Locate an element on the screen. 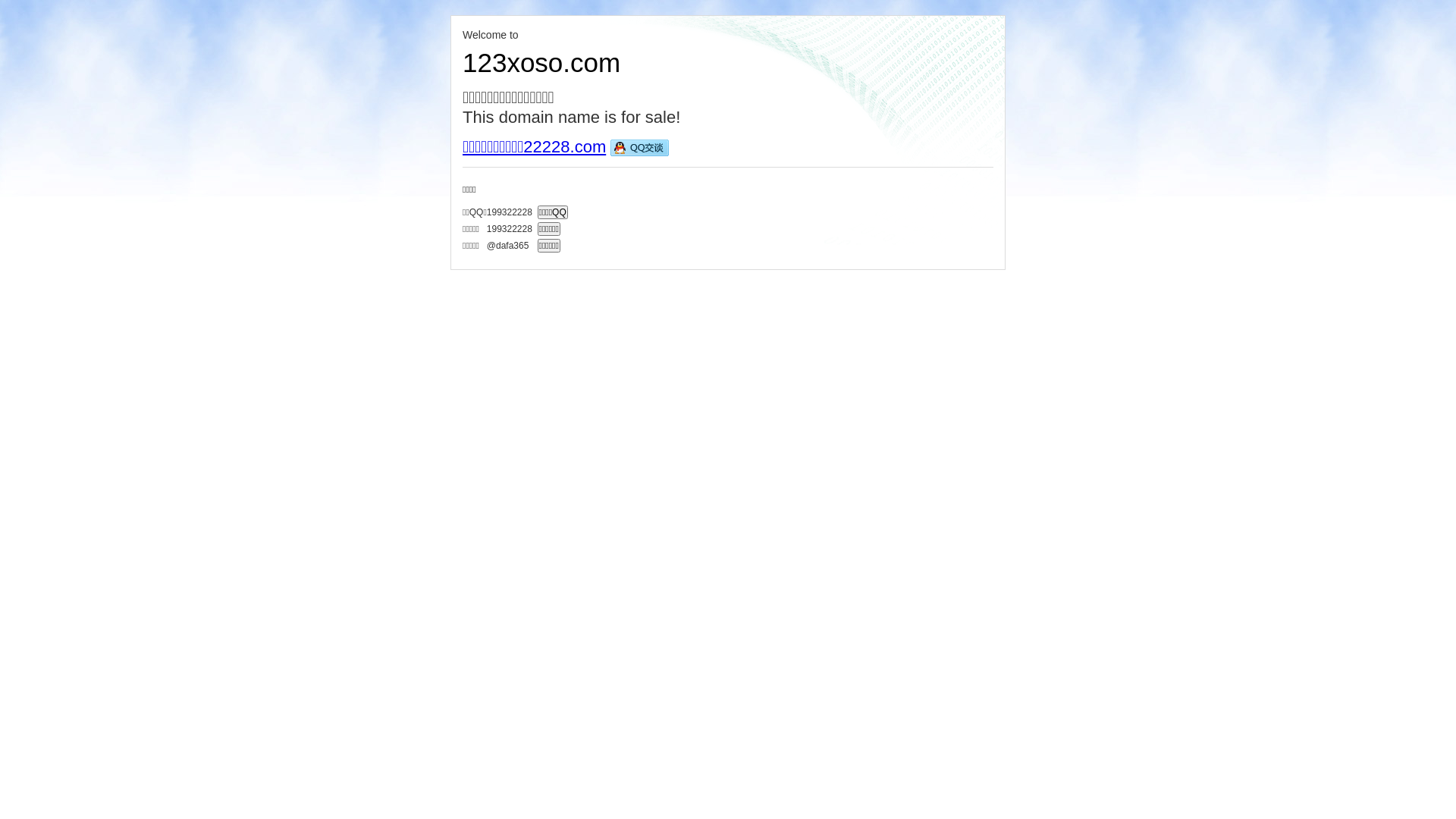 The height and width of the screenshot is (819, 1456). '199322228' is located at coordinates (487, 227).